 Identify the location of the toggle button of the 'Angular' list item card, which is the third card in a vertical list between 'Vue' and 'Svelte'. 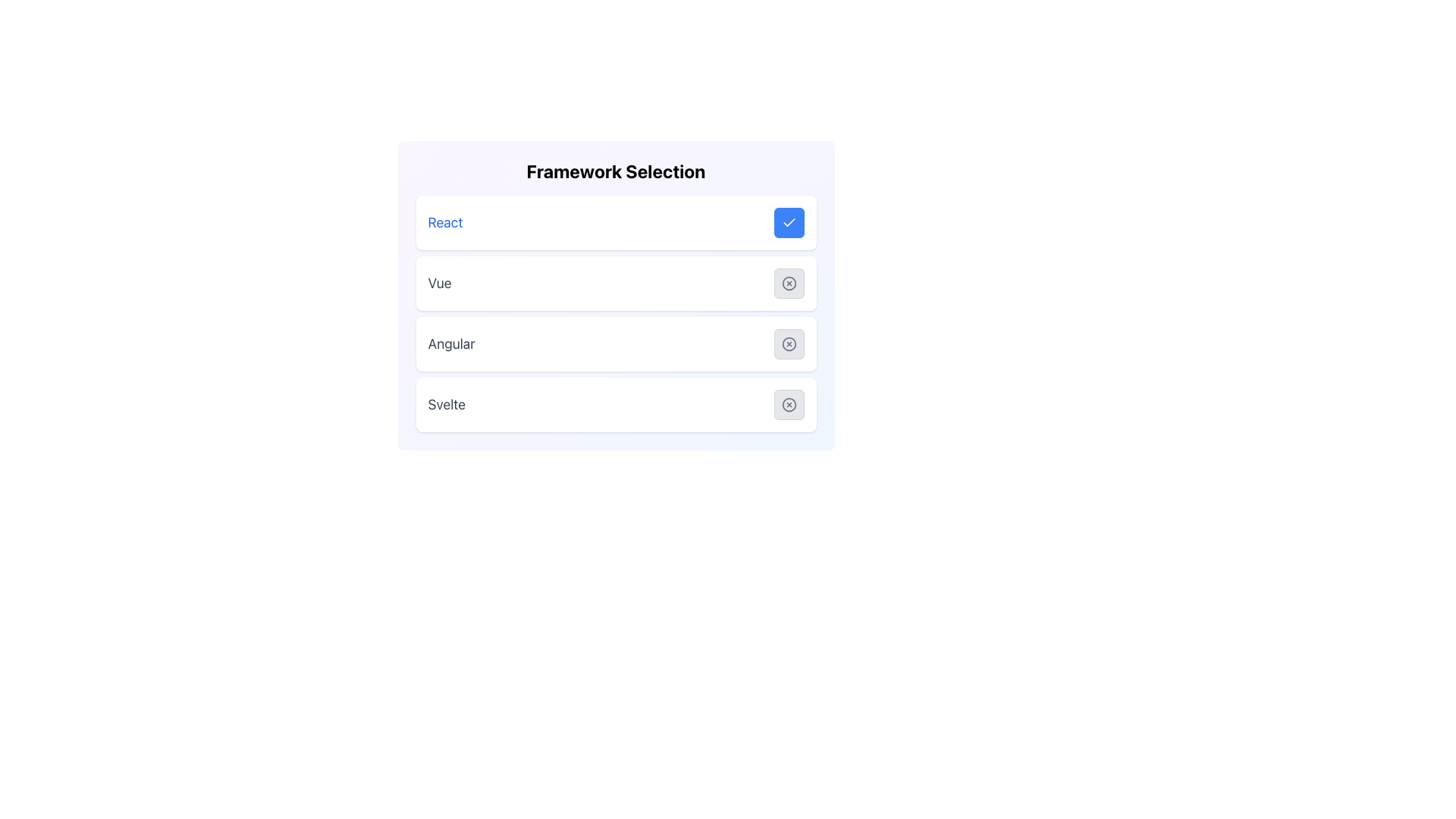
(616, 344).